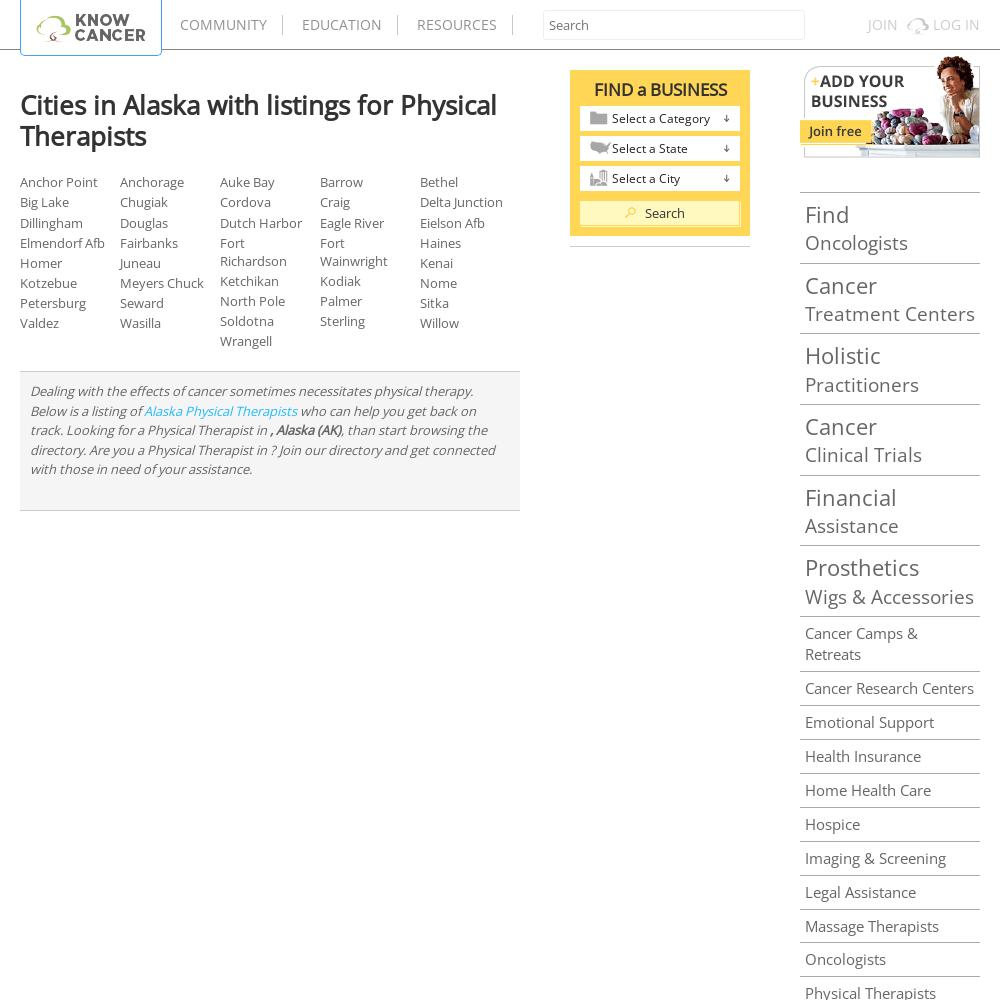 The height and width of the screenshot is (1000, 1000). What do you see at coordinates (439, 241) in the screenshot?
I see `'Haines'` at bounding box center [439, 241].